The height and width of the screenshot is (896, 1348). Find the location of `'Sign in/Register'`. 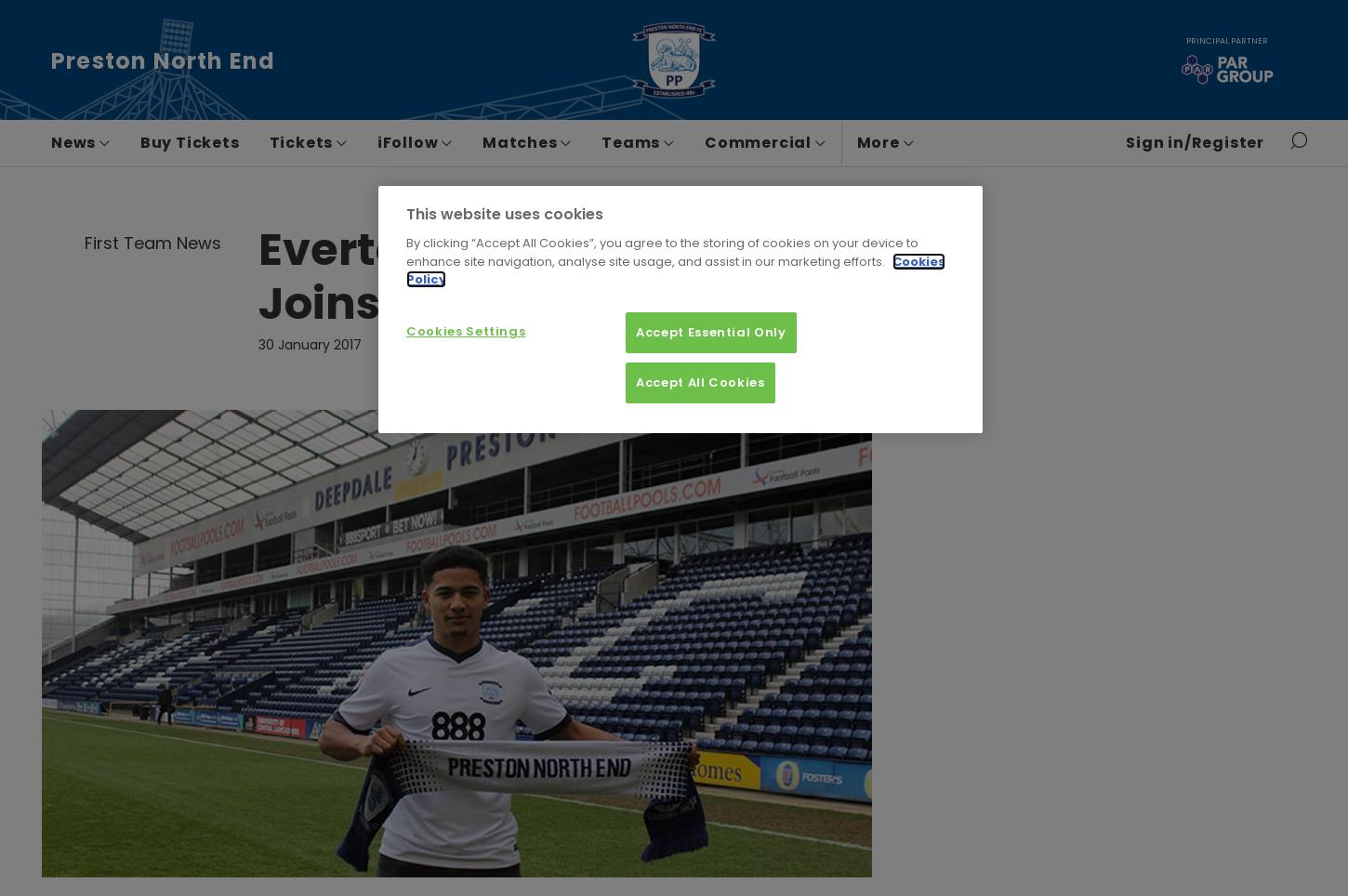

'Sign in/Register' is located at coordinates (1126, 142).